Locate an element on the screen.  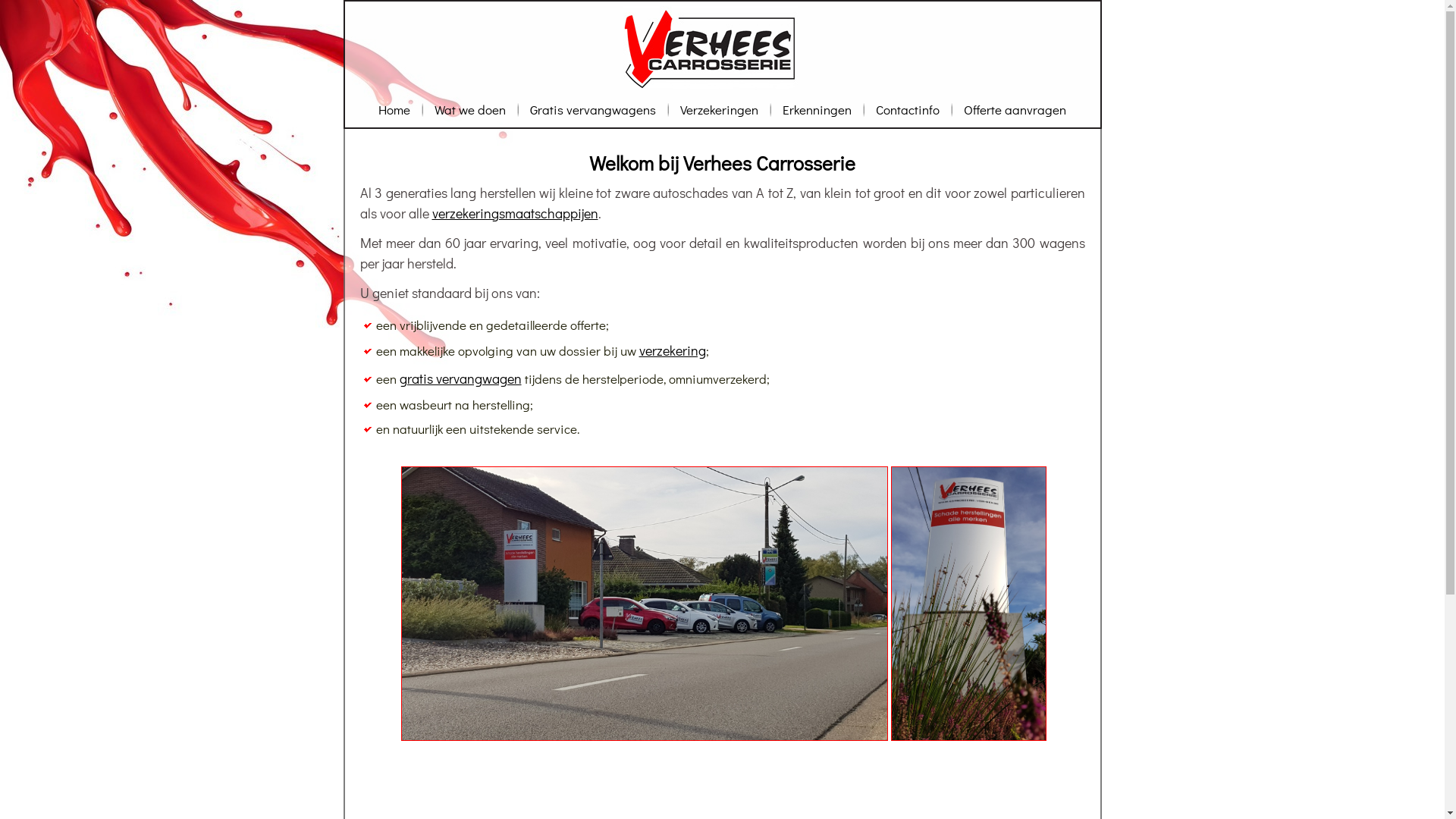
'verzekeringsmaatschappijen' is located at coordinates (515, 213).